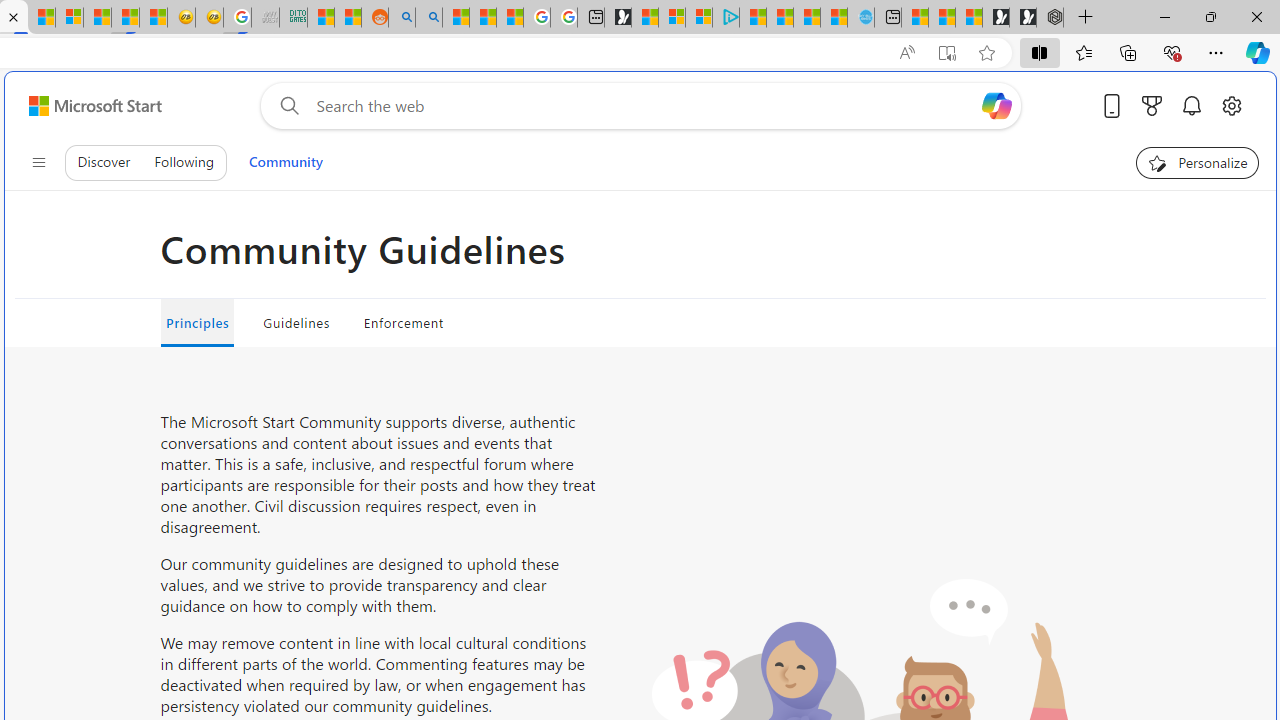 The width and height of the screenshot is (1280, 720). What do you see at coordinates (945, 52) in the screenshot?
I see `'Enter Immersive Reader (F9)'` at bounding box center [945, 52].